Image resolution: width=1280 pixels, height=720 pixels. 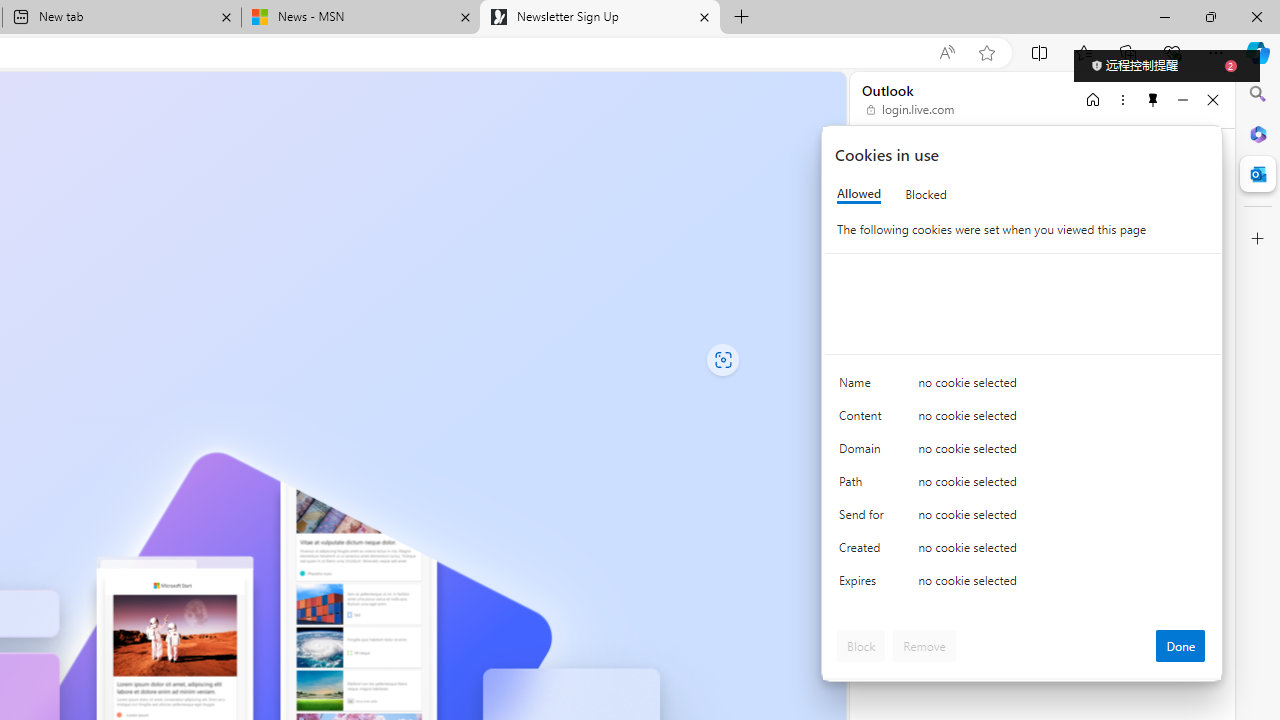 I want to click on 'Name', so click(x=865, y=387).